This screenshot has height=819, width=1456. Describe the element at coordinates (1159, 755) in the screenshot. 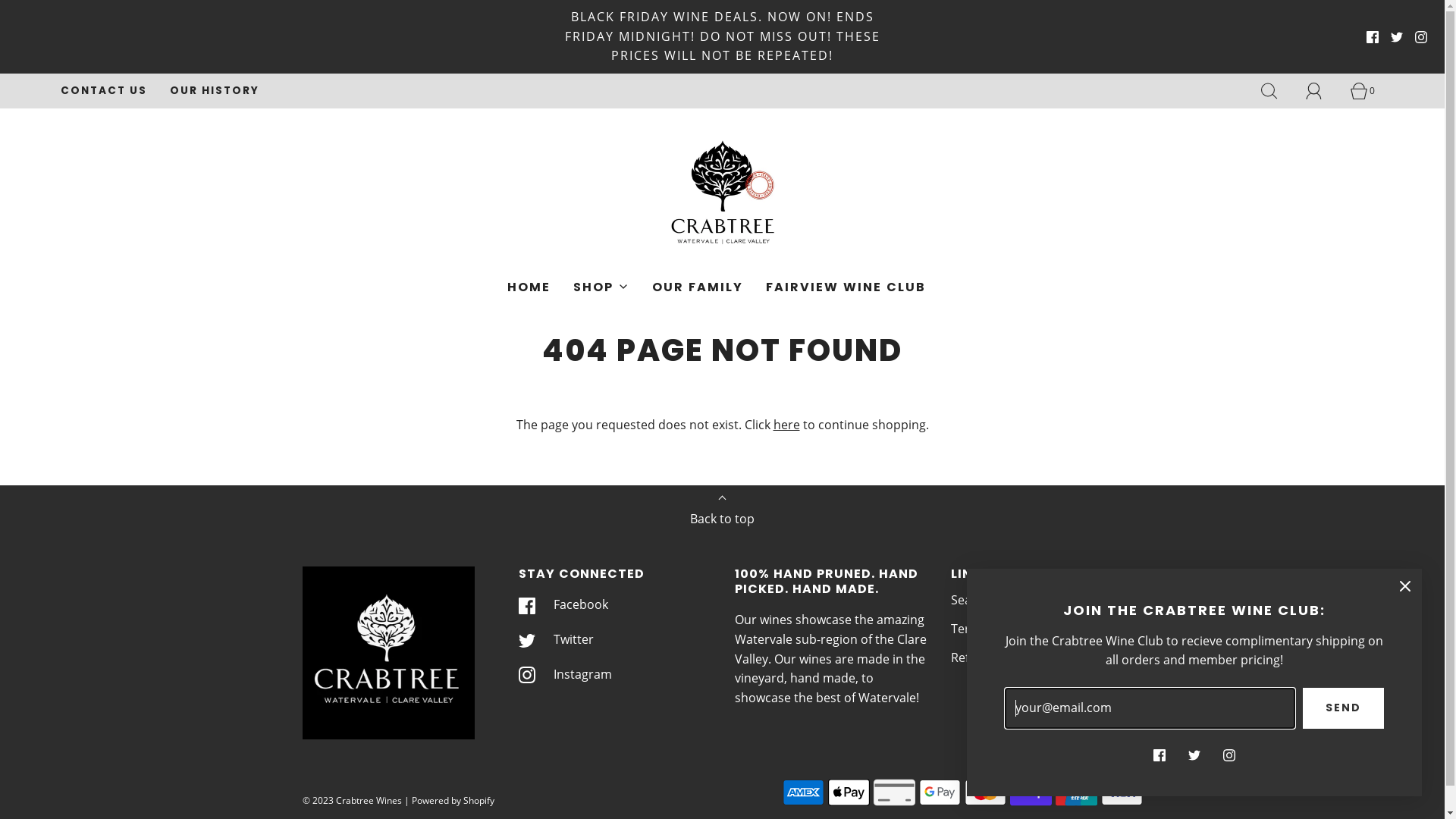

I see `'Facebook icon'` at that location.